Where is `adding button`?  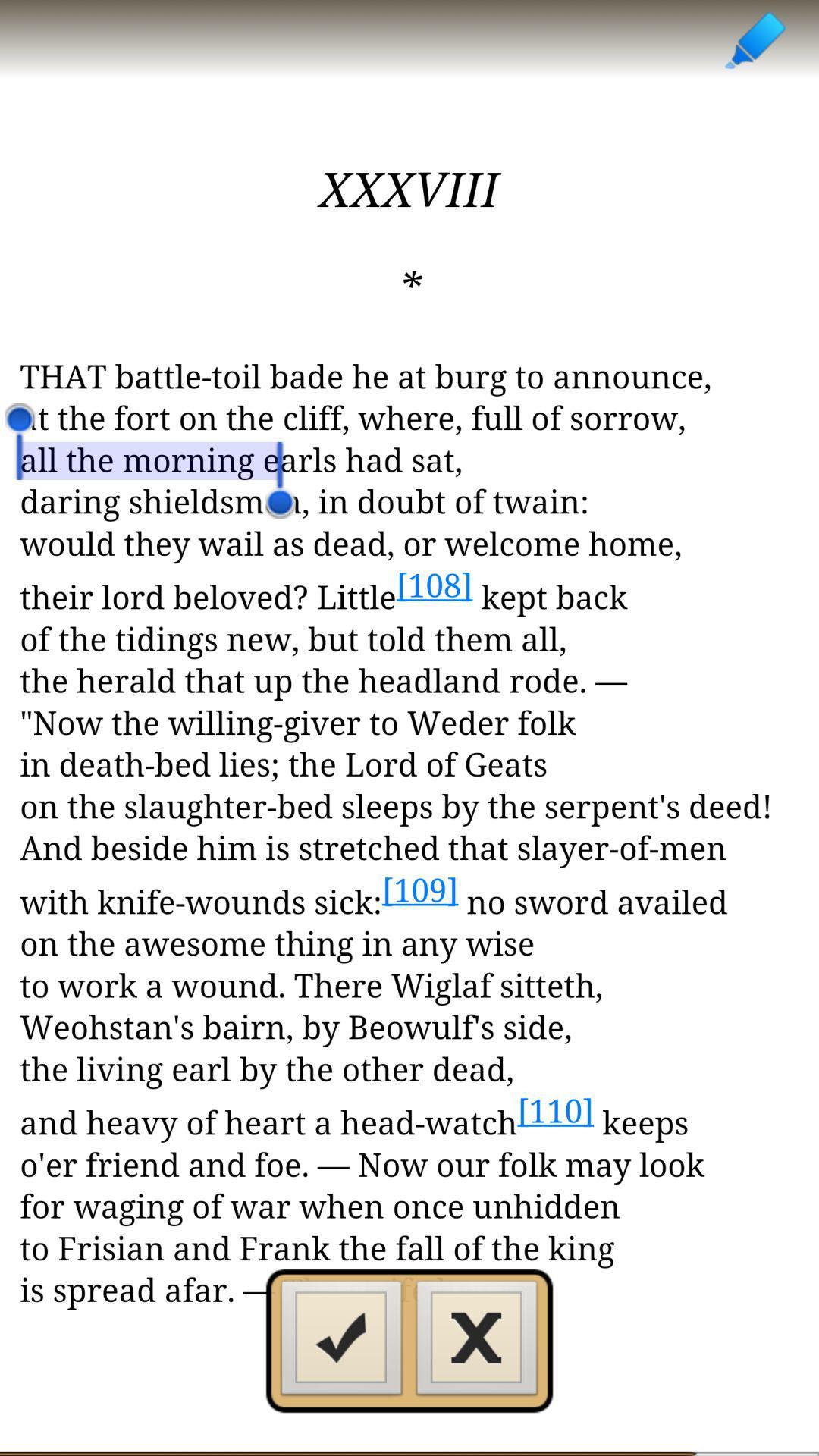 adding button is located at coordinates (341, 1342).